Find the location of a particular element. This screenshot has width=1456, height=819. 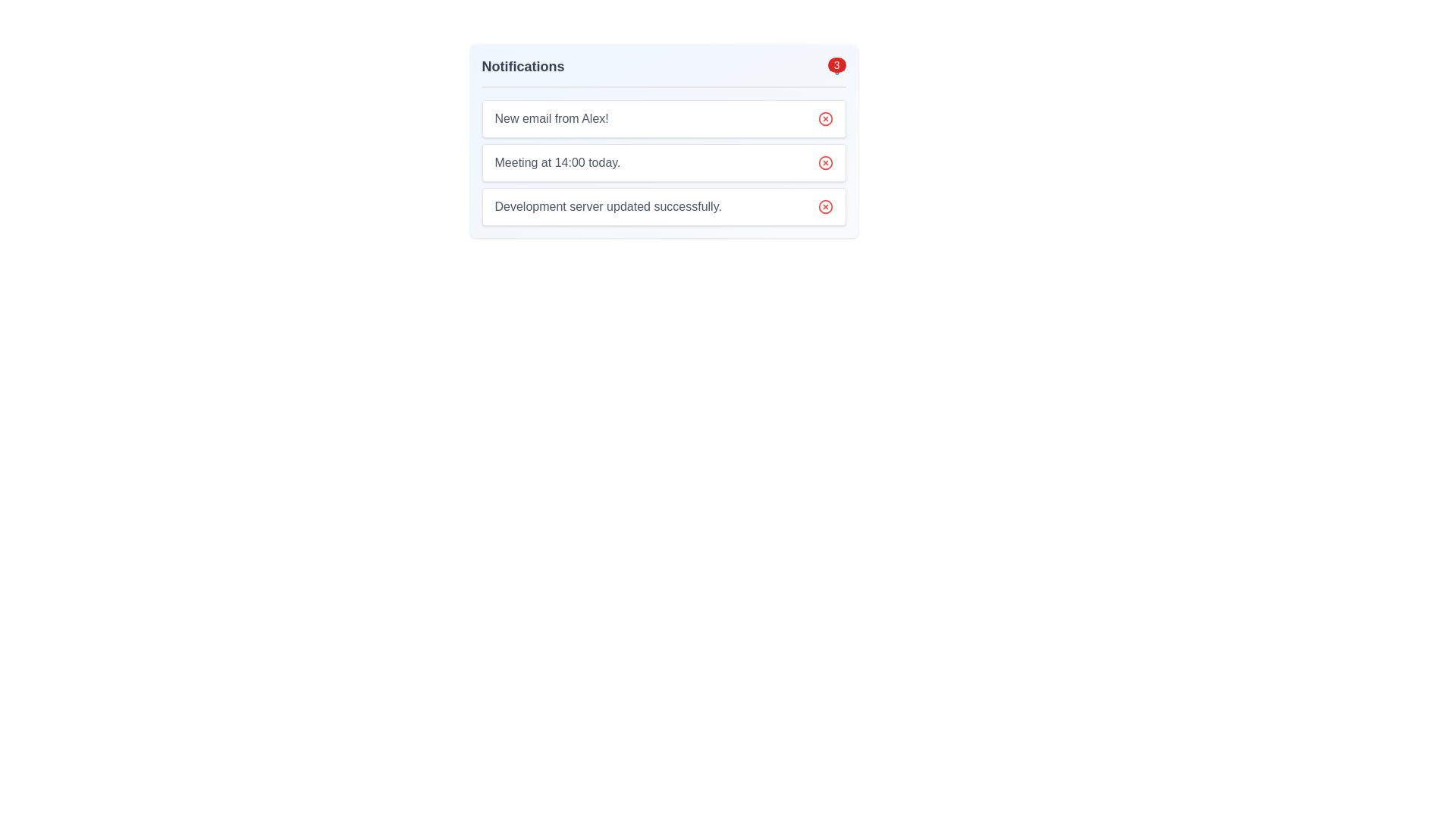

the circular close icon in the notification list is located at coordinates (824, 207).